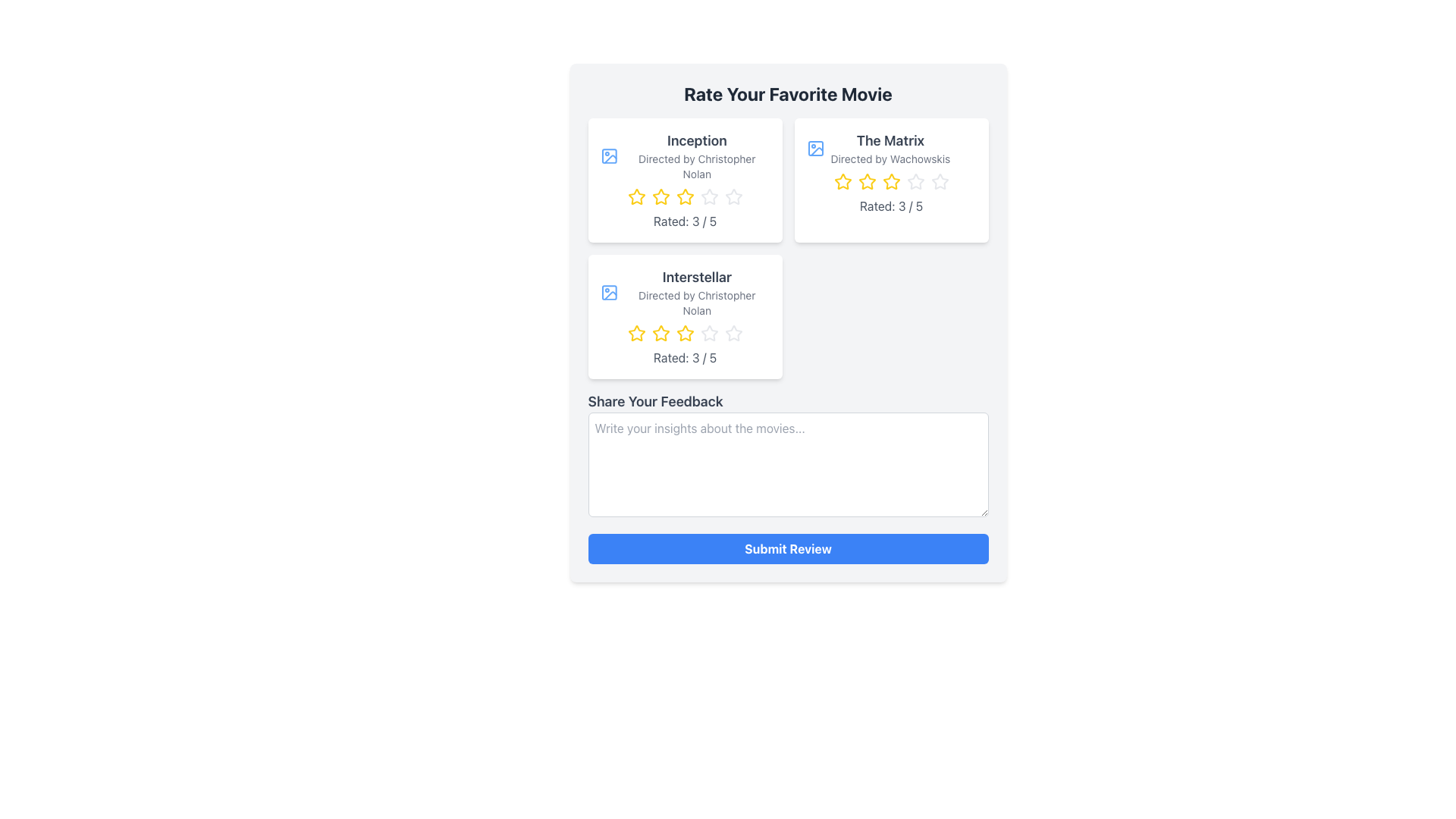 The height and width of the screenshot is (819, 1456). What do you see at coordinates (867, 180) in the screenshot?
I see `the second yellow star icon in the rating section for the movie 'The Matrix' to rate it` at bounding box center [867, 180].